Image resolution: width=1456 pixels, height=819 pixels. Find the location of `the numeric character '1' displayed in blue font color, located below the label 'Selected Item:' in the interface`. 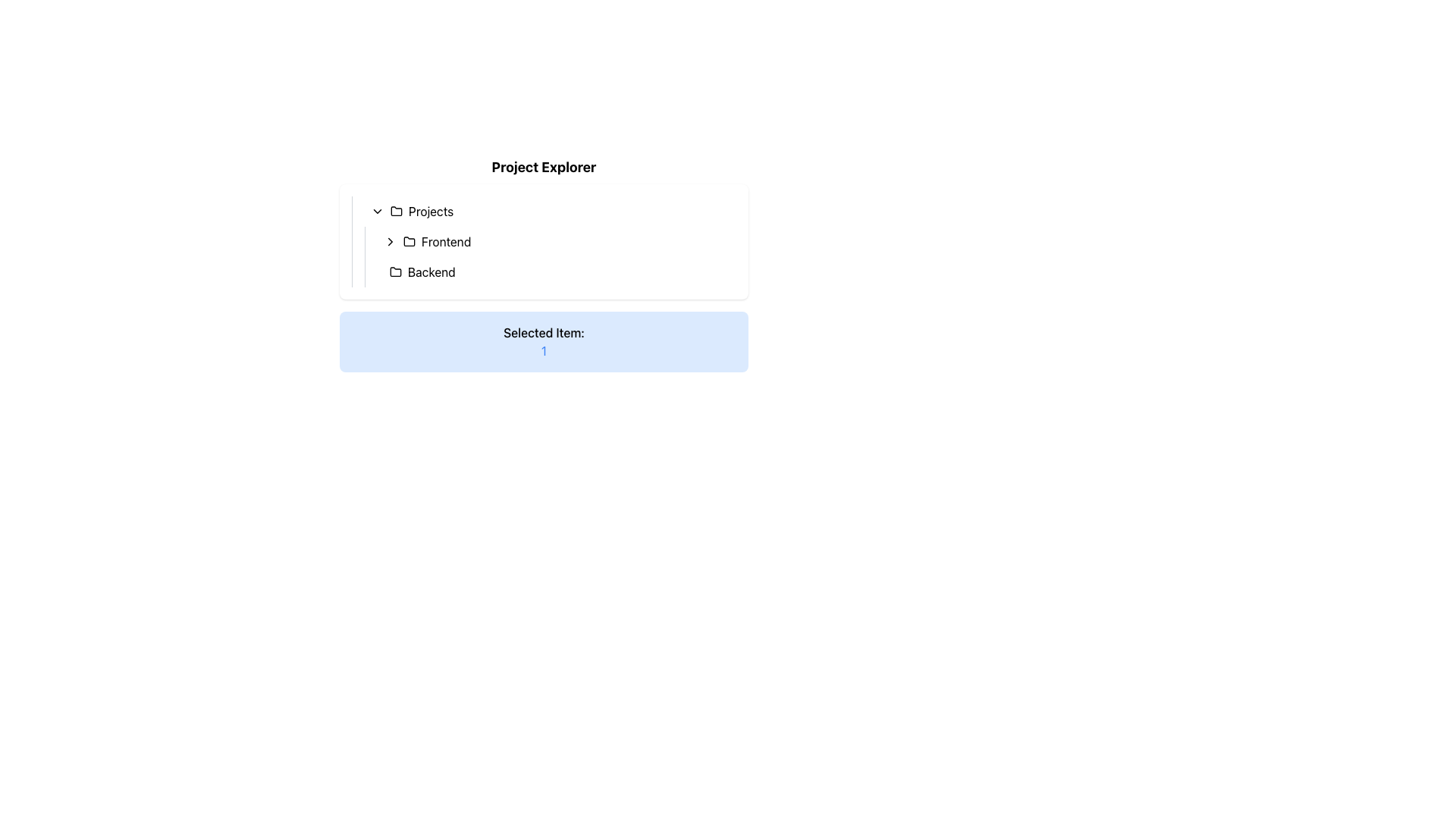

the numeric character '1' displayed in blue font color, located below the label 'Selected Item:' in the interface is located at coordinates (544, 350).